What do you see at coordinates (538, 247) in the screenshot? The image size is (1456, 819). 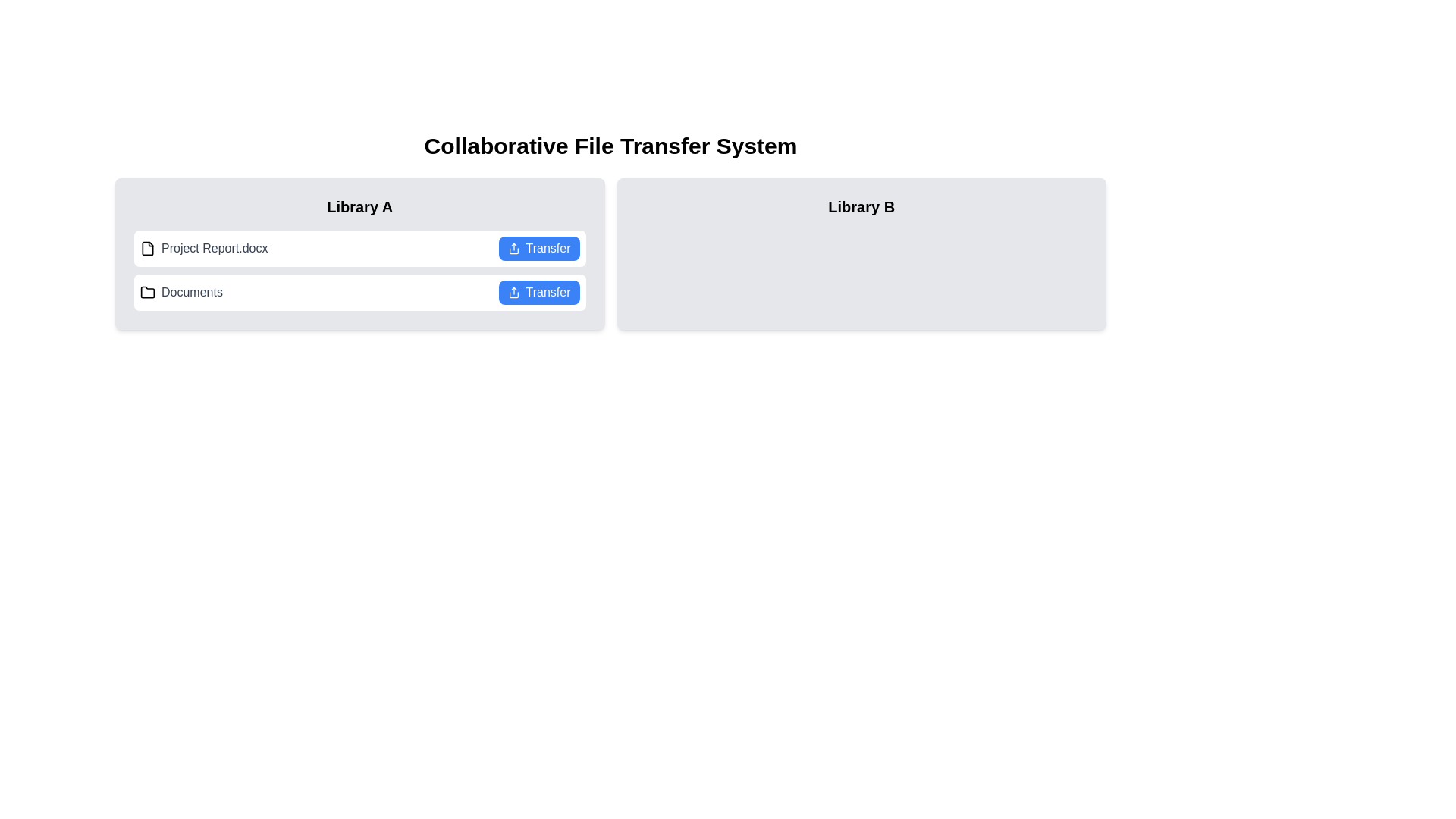 I see `the bright blue 'Transfer' button with white text and a share arrow icon located in the top right corner of the item row aligned with 'Project Report.docx' to initiate the transfer action` at bounding box center [538, 247].